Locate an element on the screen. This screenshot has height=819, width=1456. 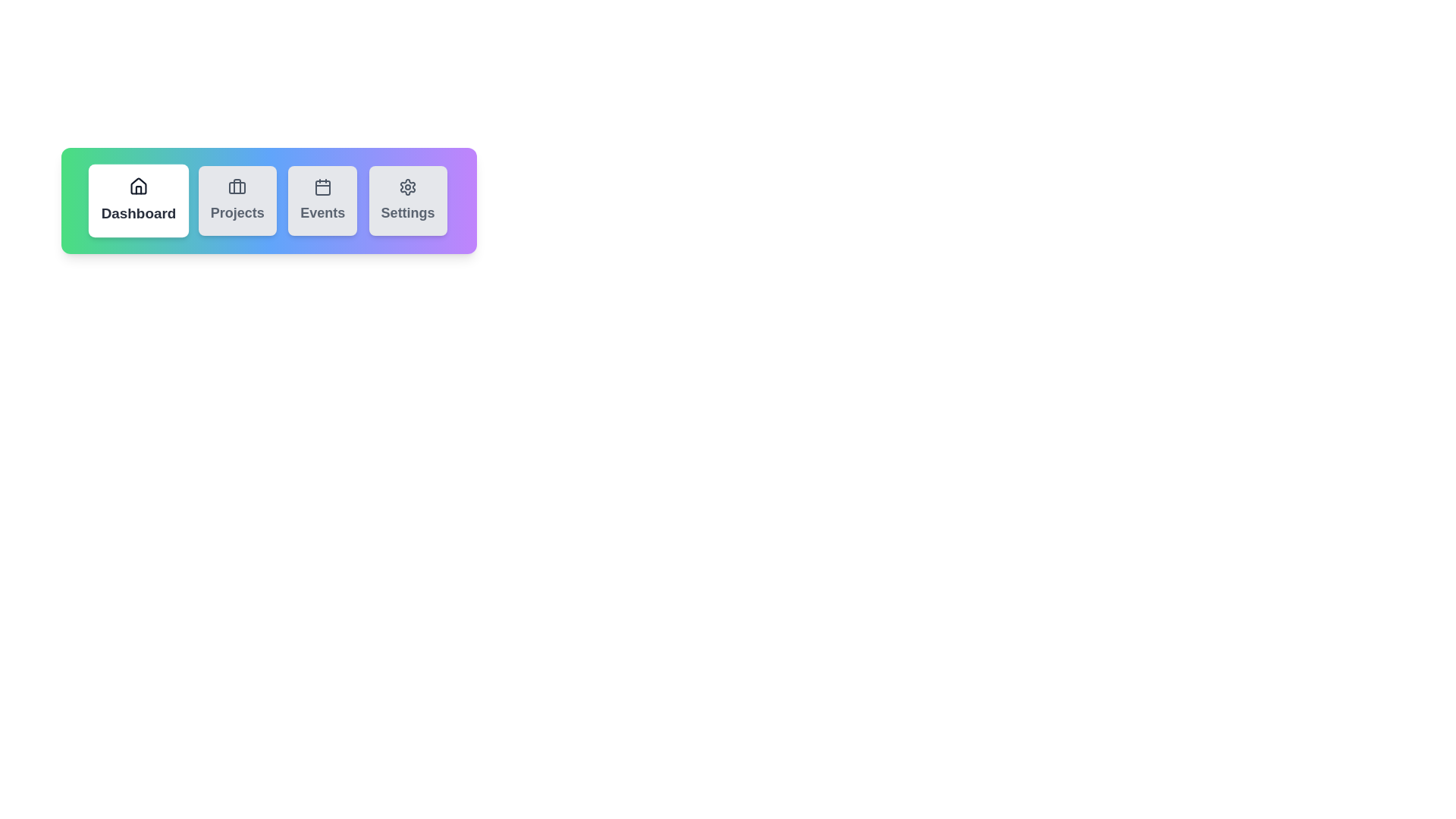
the Settings tab to preview its hover effect is located at coordinates (407, 200).